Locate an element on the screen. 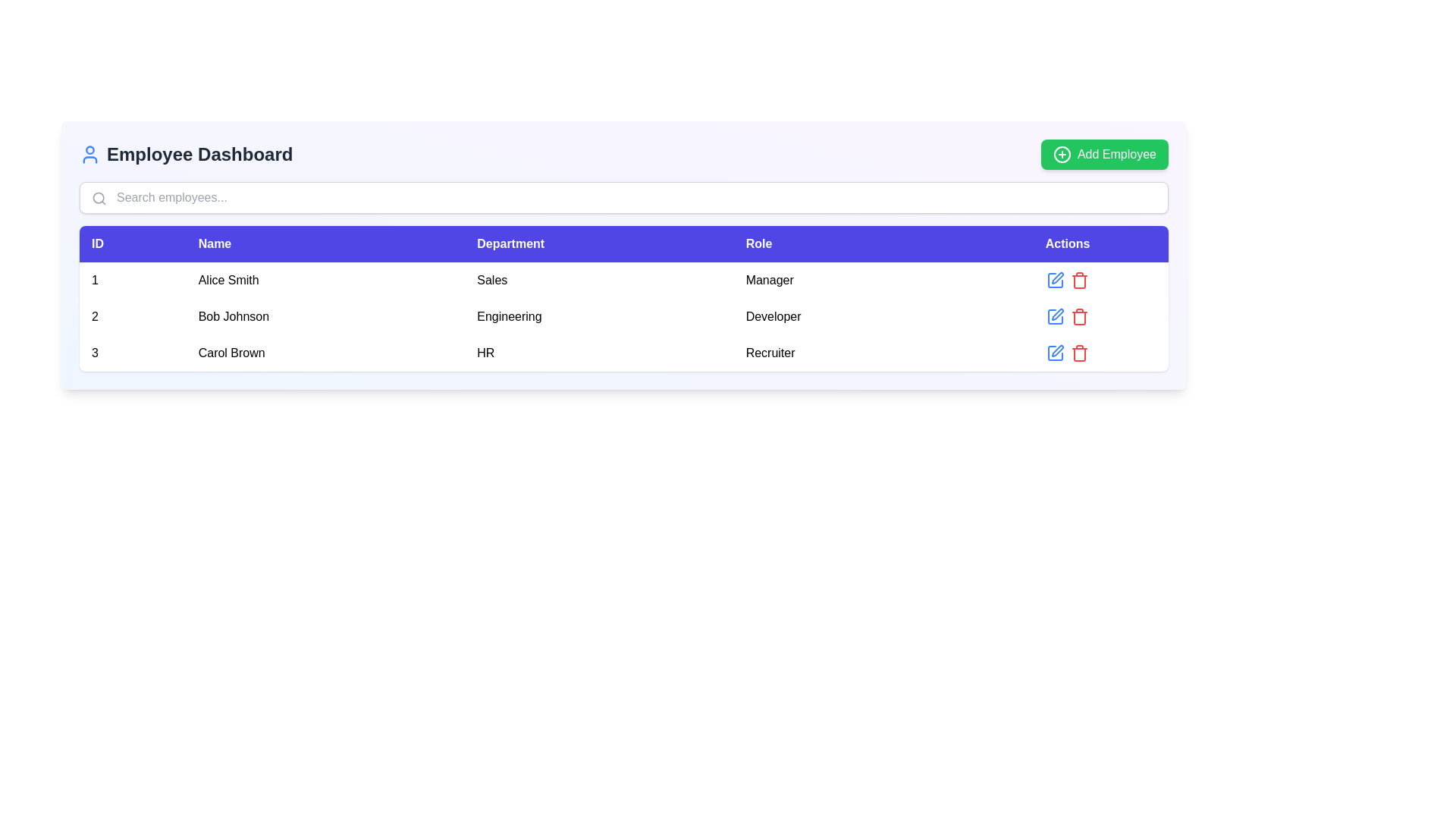  the bold text label displaying 'HR' in black, located in the third row of the table under the 'Department' column for accessibility is located at coordinates (598, 353).